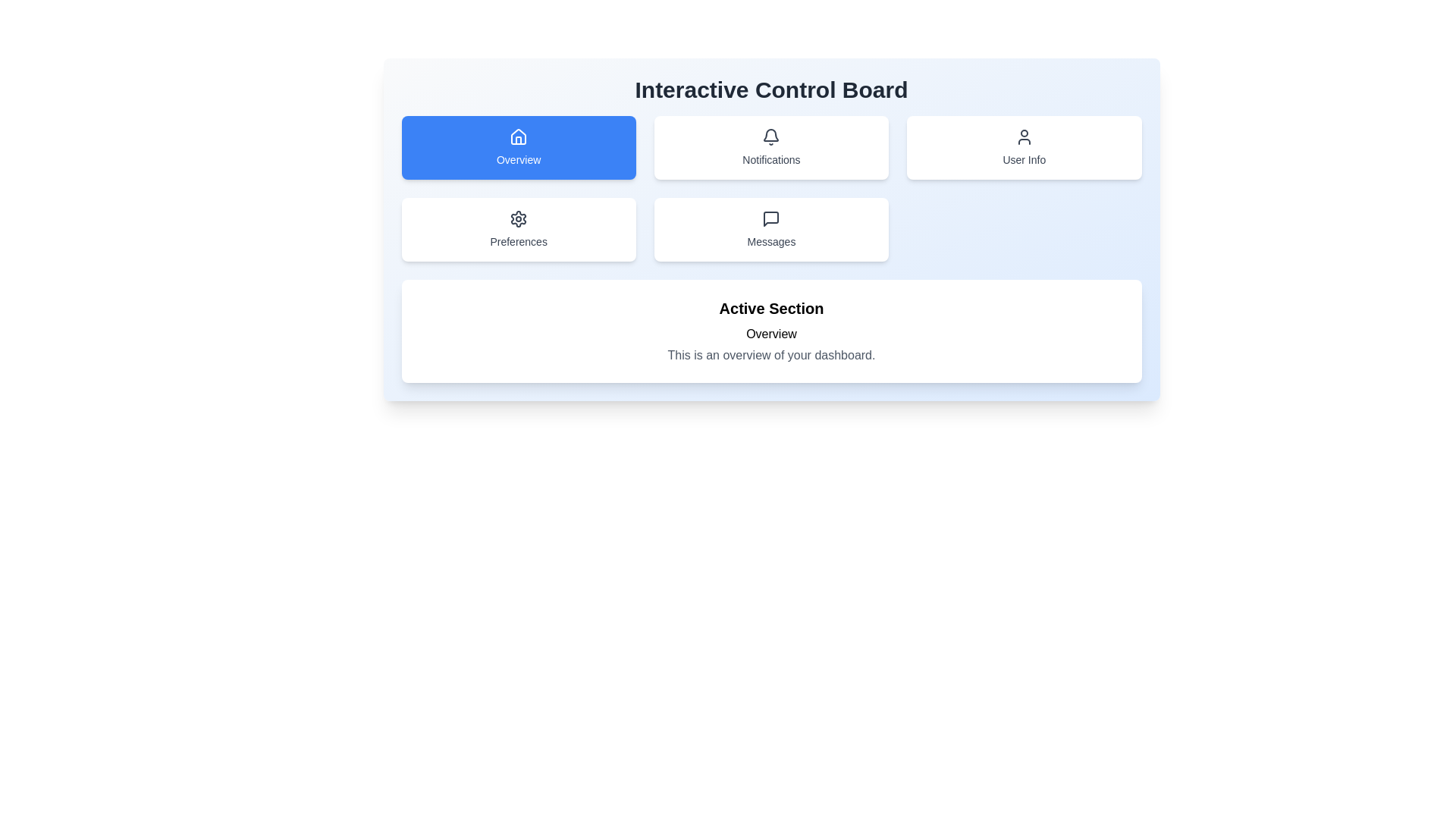 This screenshot has width=1456, height=819. Describe the element at coordinates (519, 160) in the screenshot. I see `the 'Overview' text label for text selection` at that location.